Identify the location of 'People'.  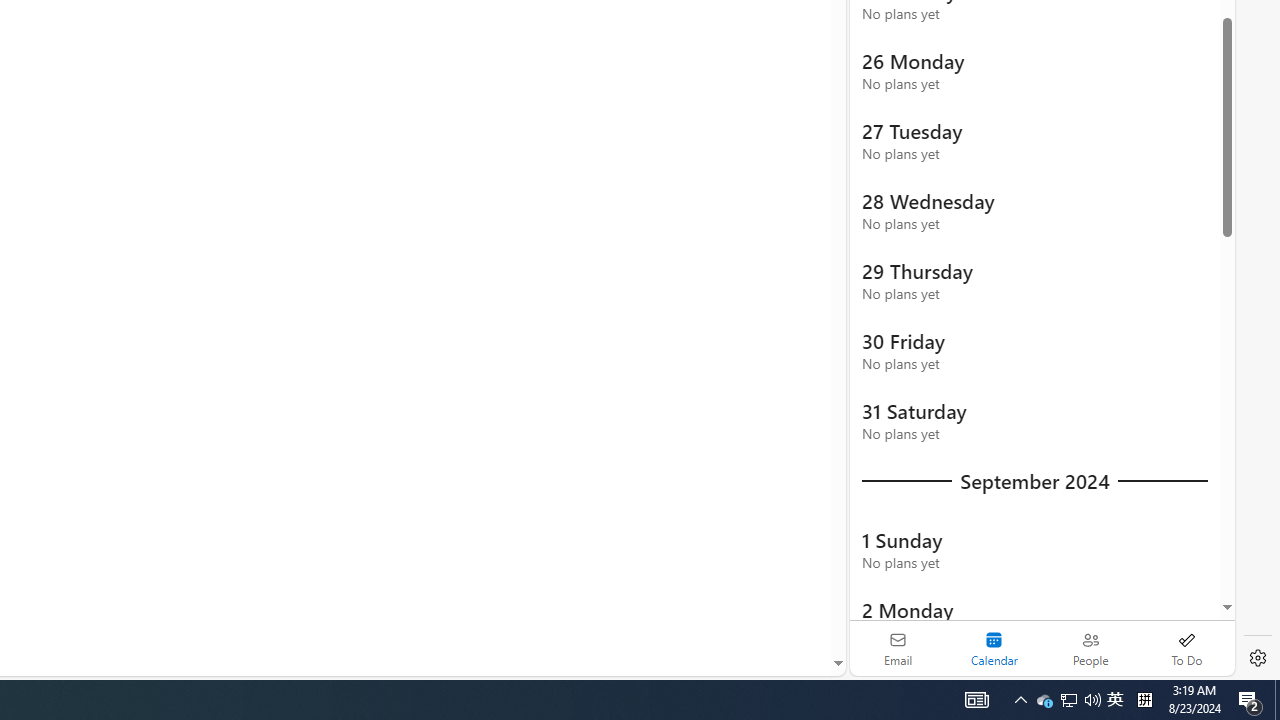
(1089, 648).